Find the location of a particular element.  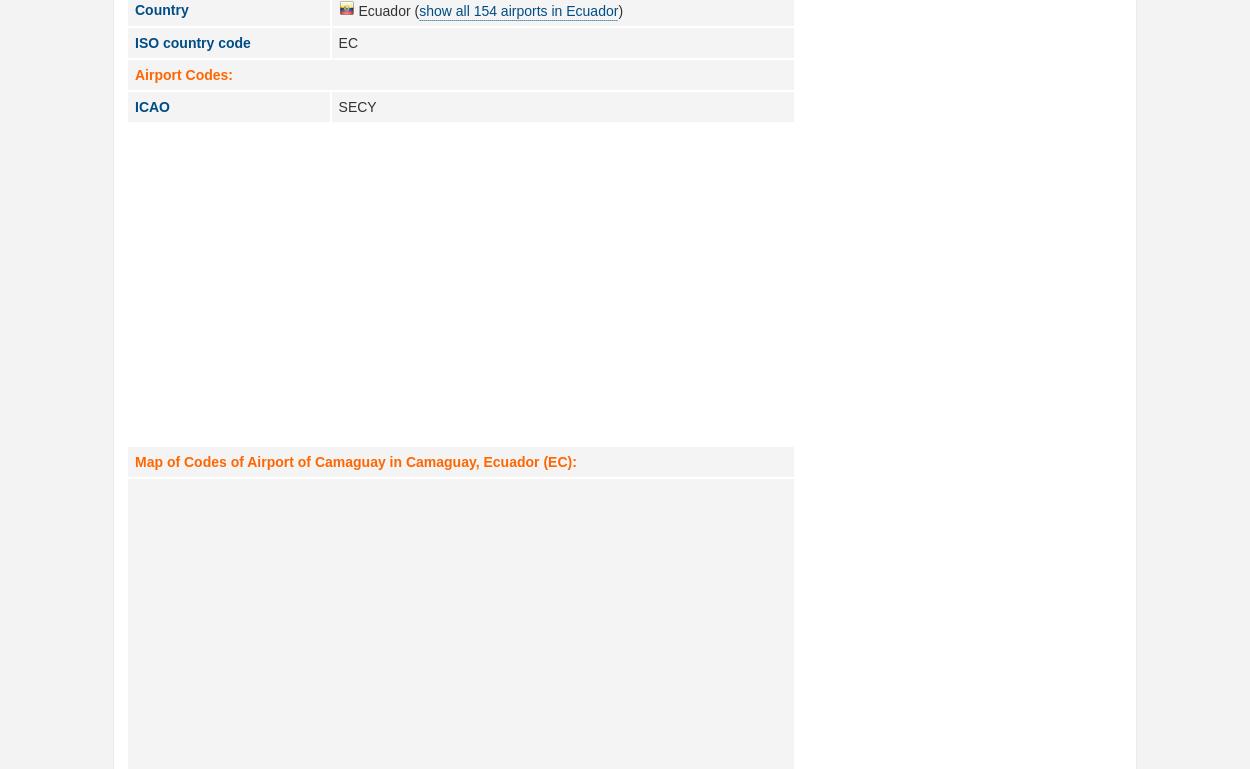

'ISO country code' is located at coordinates (191, 42).